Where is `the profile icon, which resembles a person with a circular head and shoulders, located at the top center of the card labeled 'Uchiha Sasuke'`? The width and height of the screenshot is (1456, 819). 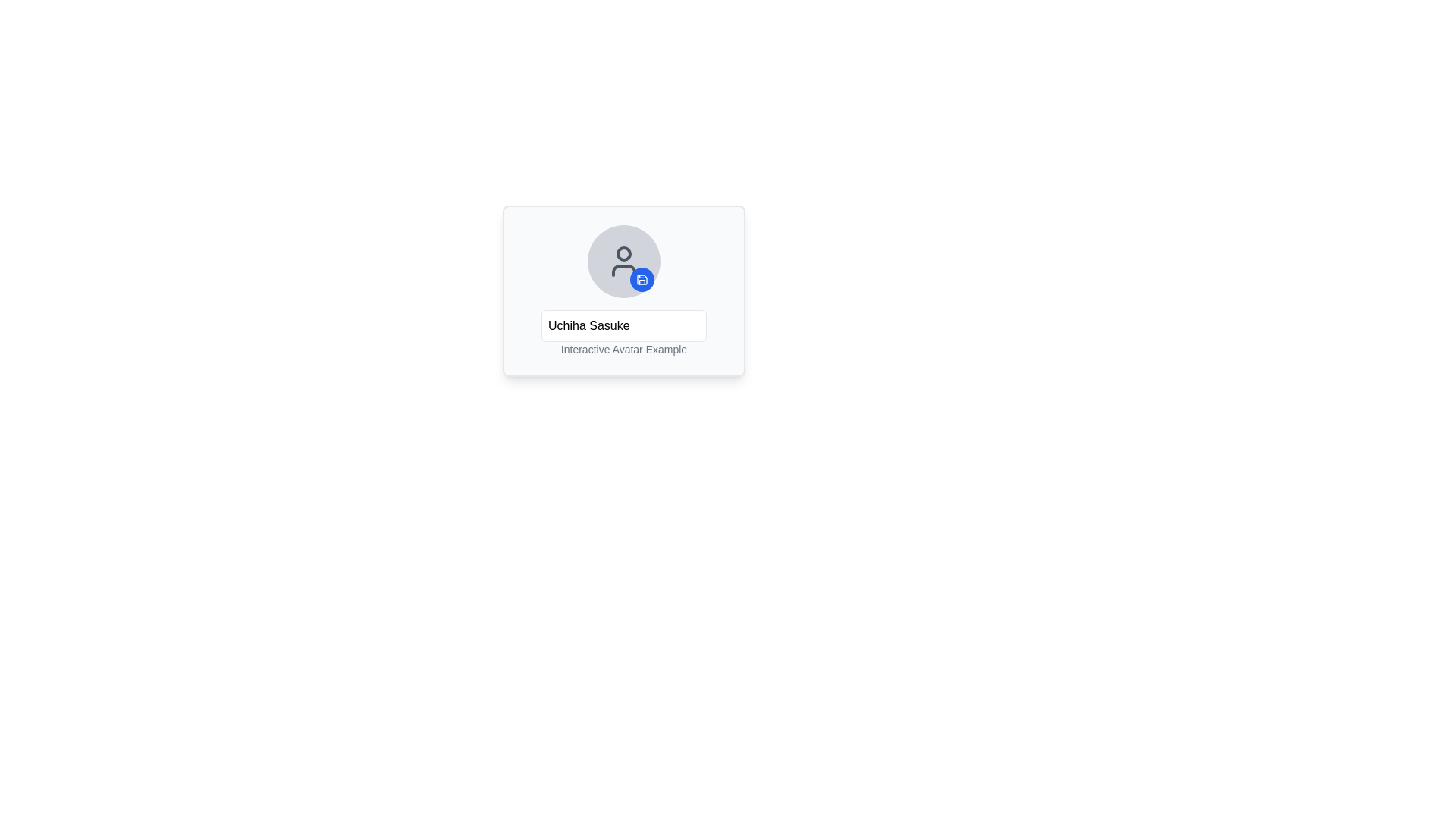
the profile icon, which resembles a person with a circular head and shoulders, located at the top center of the card labeled 'Uchiha Sasuke' is located at coordinates (623, 260).